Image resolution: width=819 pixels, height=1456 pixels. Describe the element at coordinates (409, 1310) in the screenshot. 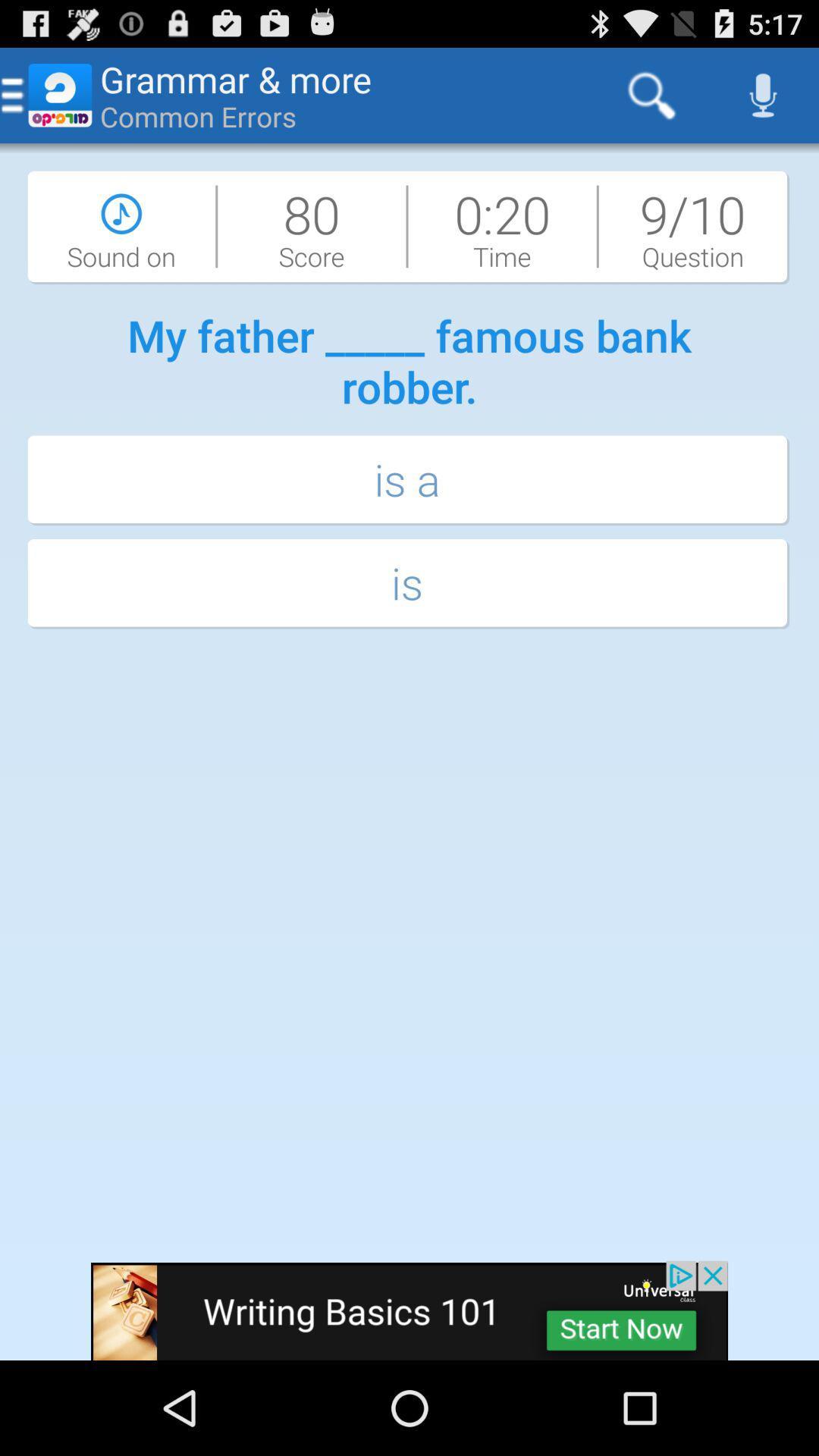

I see `advertisement for writing` at that location.